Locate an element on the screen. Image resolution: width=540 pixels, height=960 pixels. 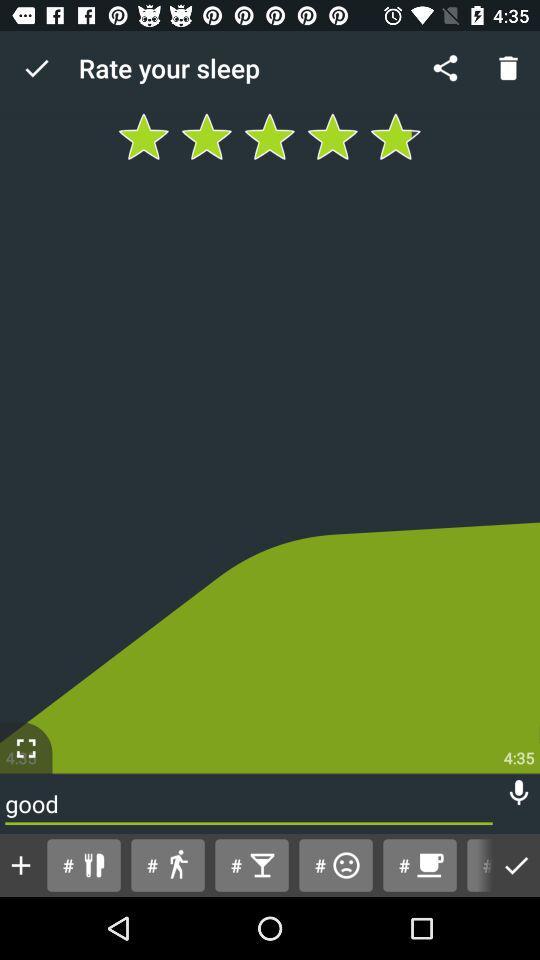
mute and unmute option is located at coordinates (518, 793).